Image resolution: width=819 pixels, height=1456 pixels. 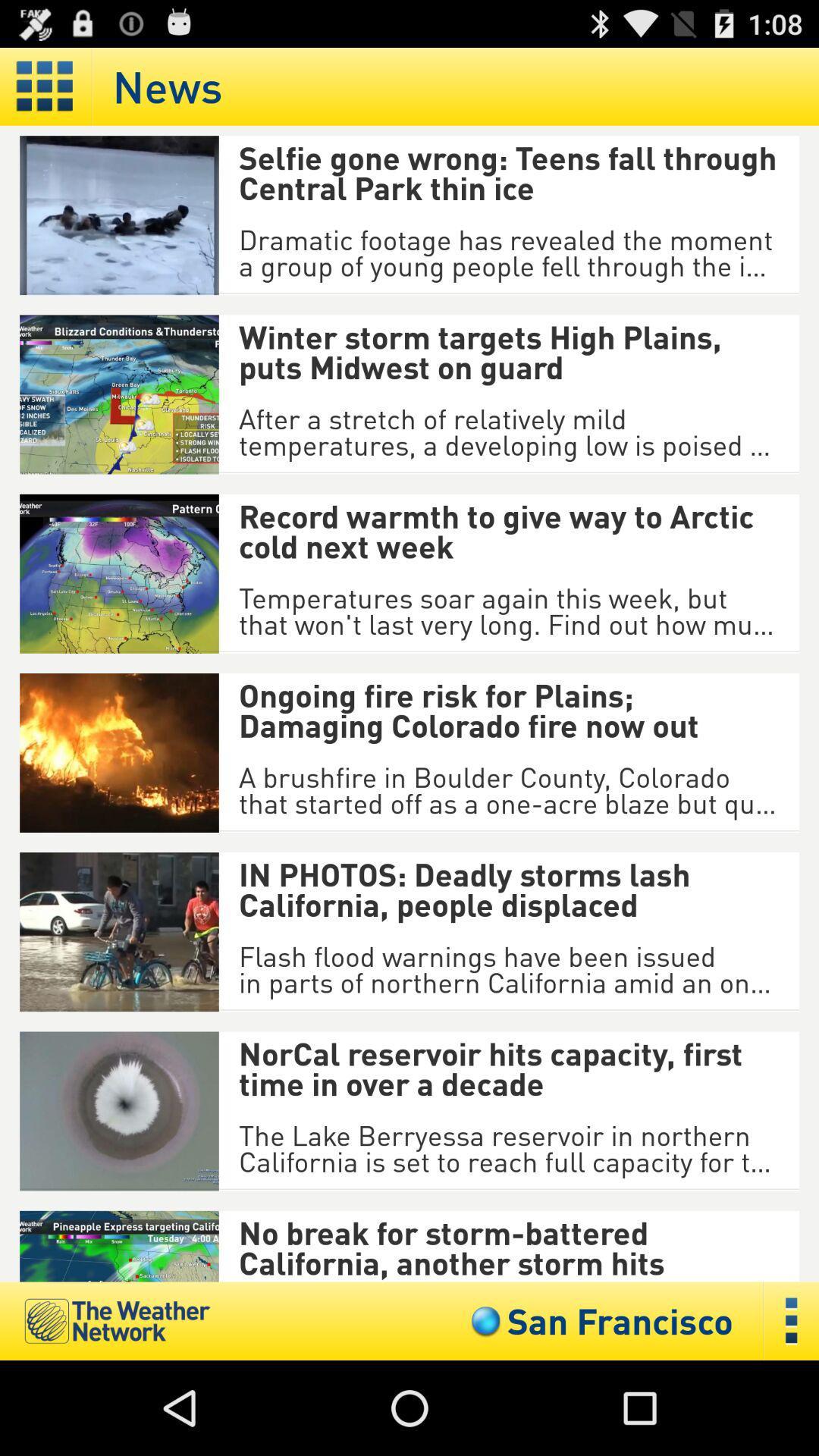 I want to click on open list, so click(x=791, y=1320).